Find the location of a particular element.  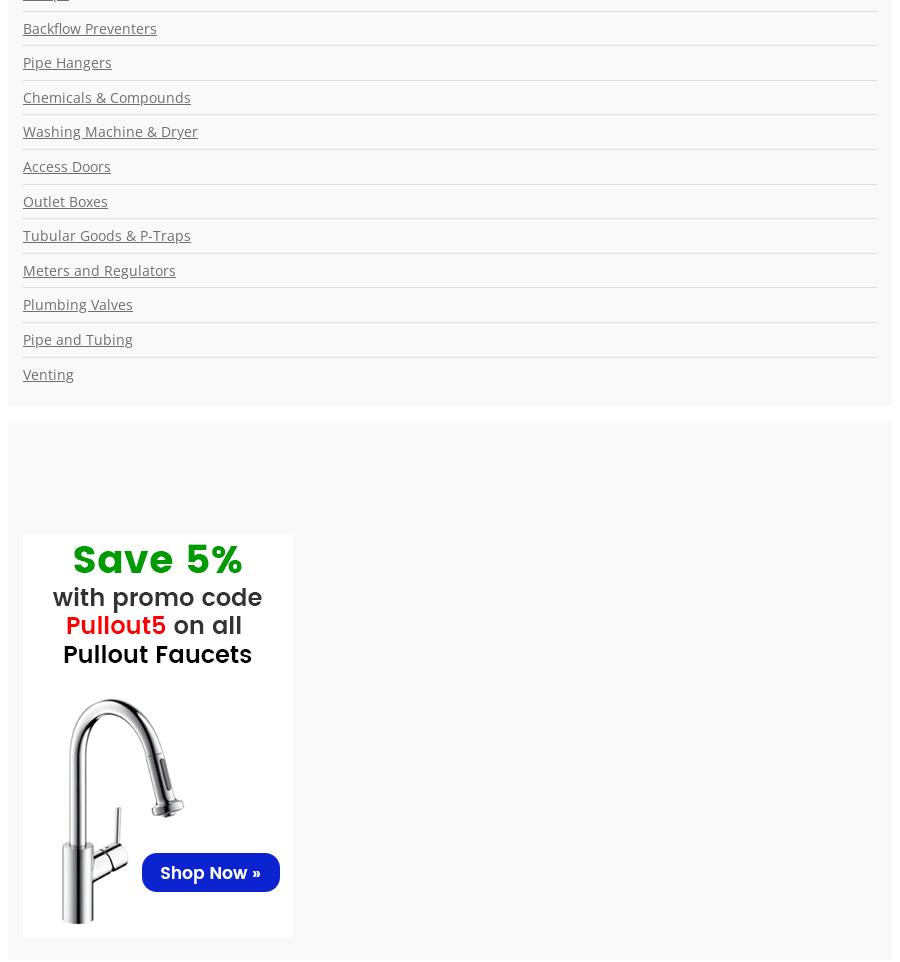

'Washing Machine & Dryer' is located at coordinates (109, 130).